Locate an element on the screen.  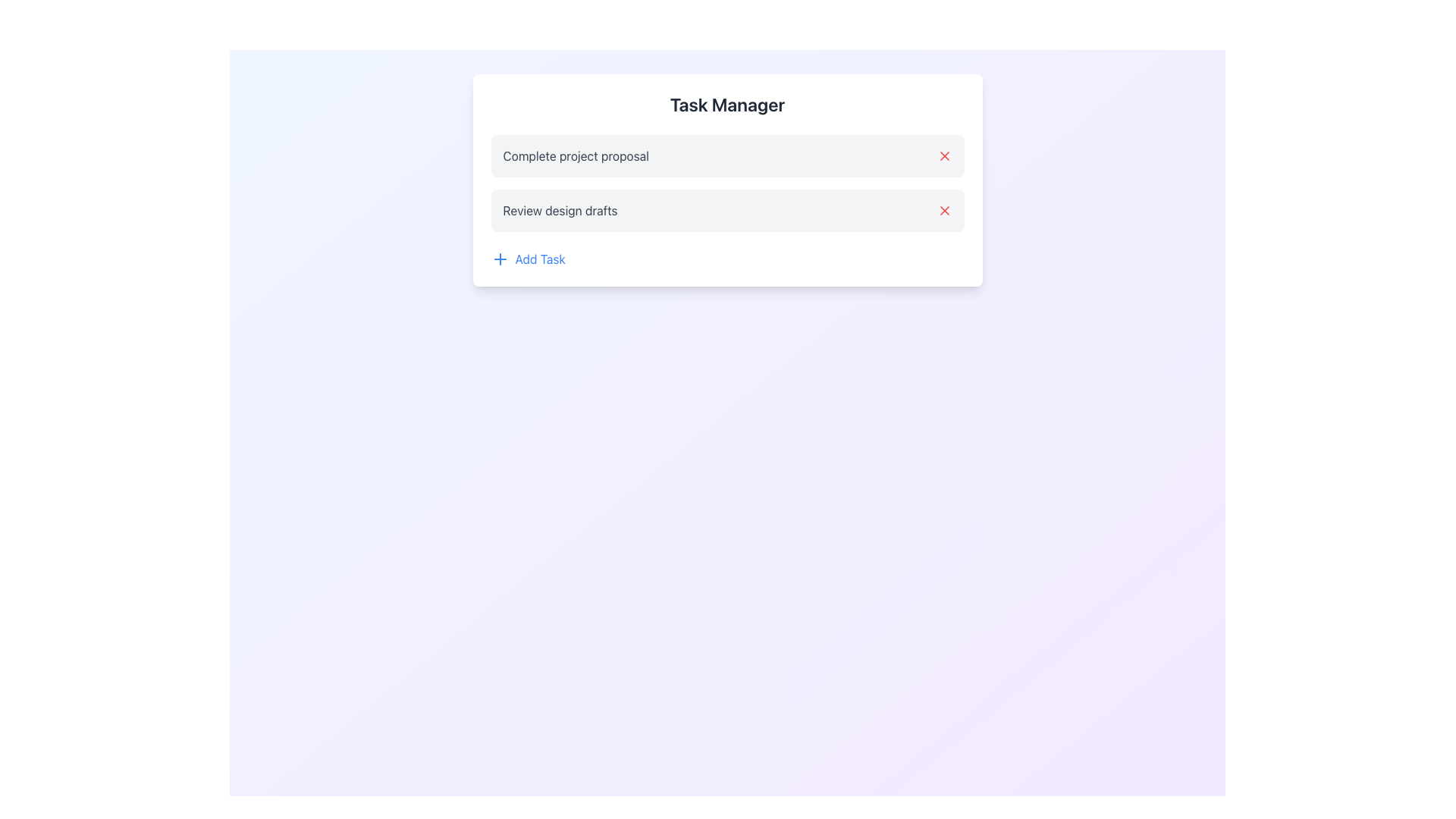
the Text Label that indicates adding a new task, located under 'Task Manager' and to the right of the '+' icon is located at coordinates (540, 259).